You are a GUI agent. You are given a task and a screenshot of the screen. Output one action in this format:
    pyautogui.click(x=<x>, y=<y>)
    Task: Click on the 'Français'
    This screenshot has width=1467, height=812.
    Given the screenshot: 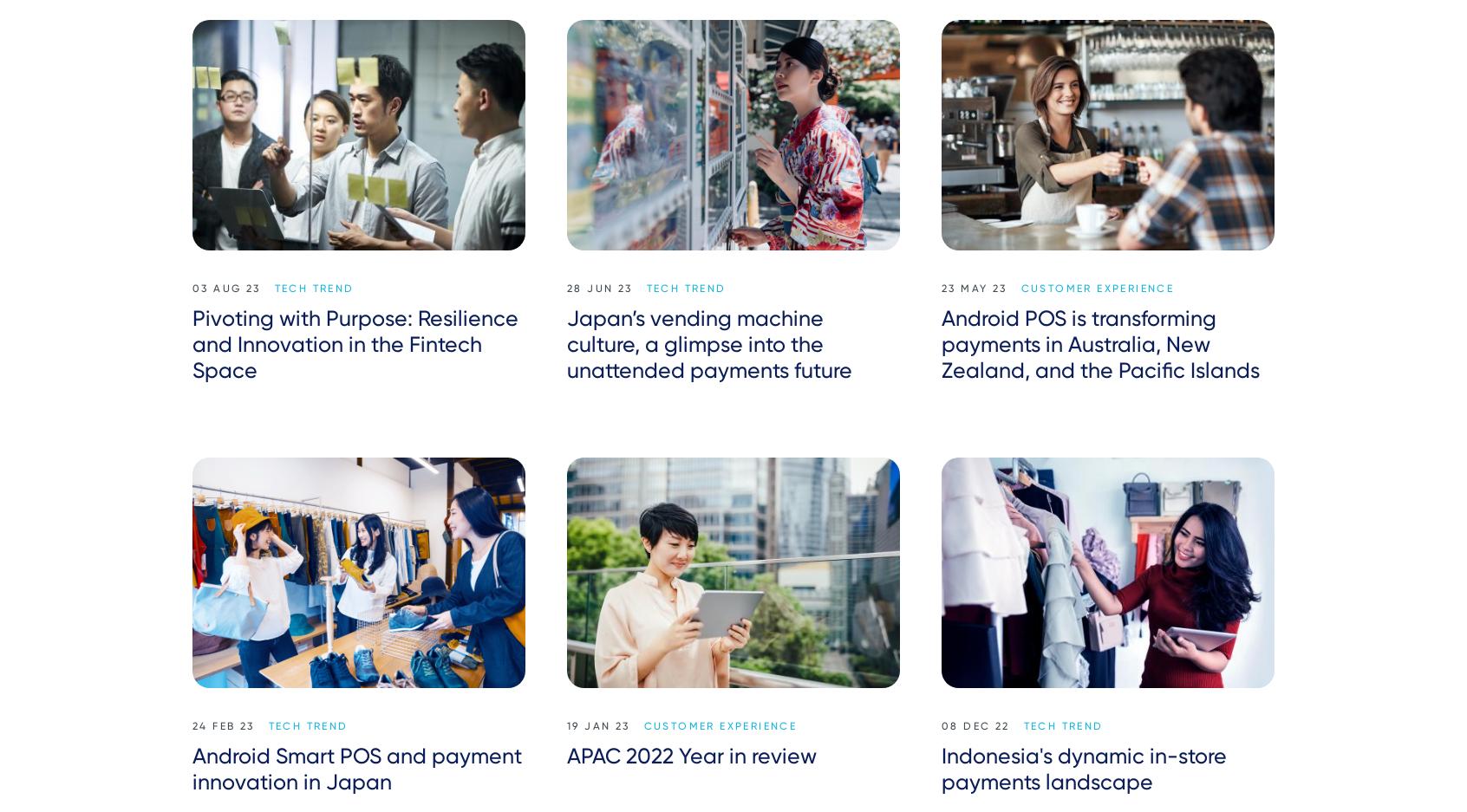 What is the action you would take?
    pyautogui.click(x=1094, y=493)
    